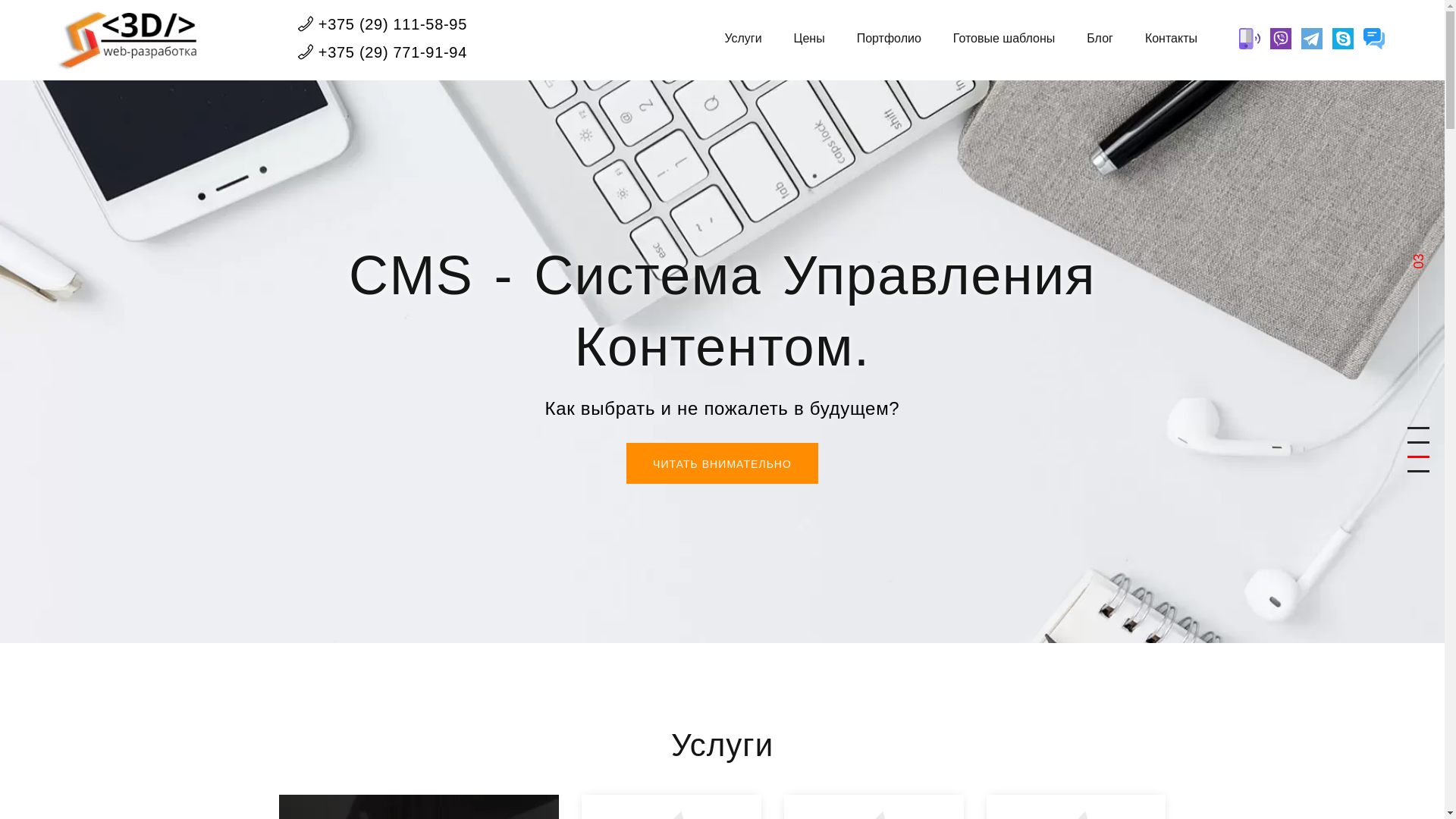 The width and height of the screenshot is (1456, 819). Describe the element at coordinates (382, 24) in the screenshot. I see `'+375 (29) 111-58-95'` at that location.